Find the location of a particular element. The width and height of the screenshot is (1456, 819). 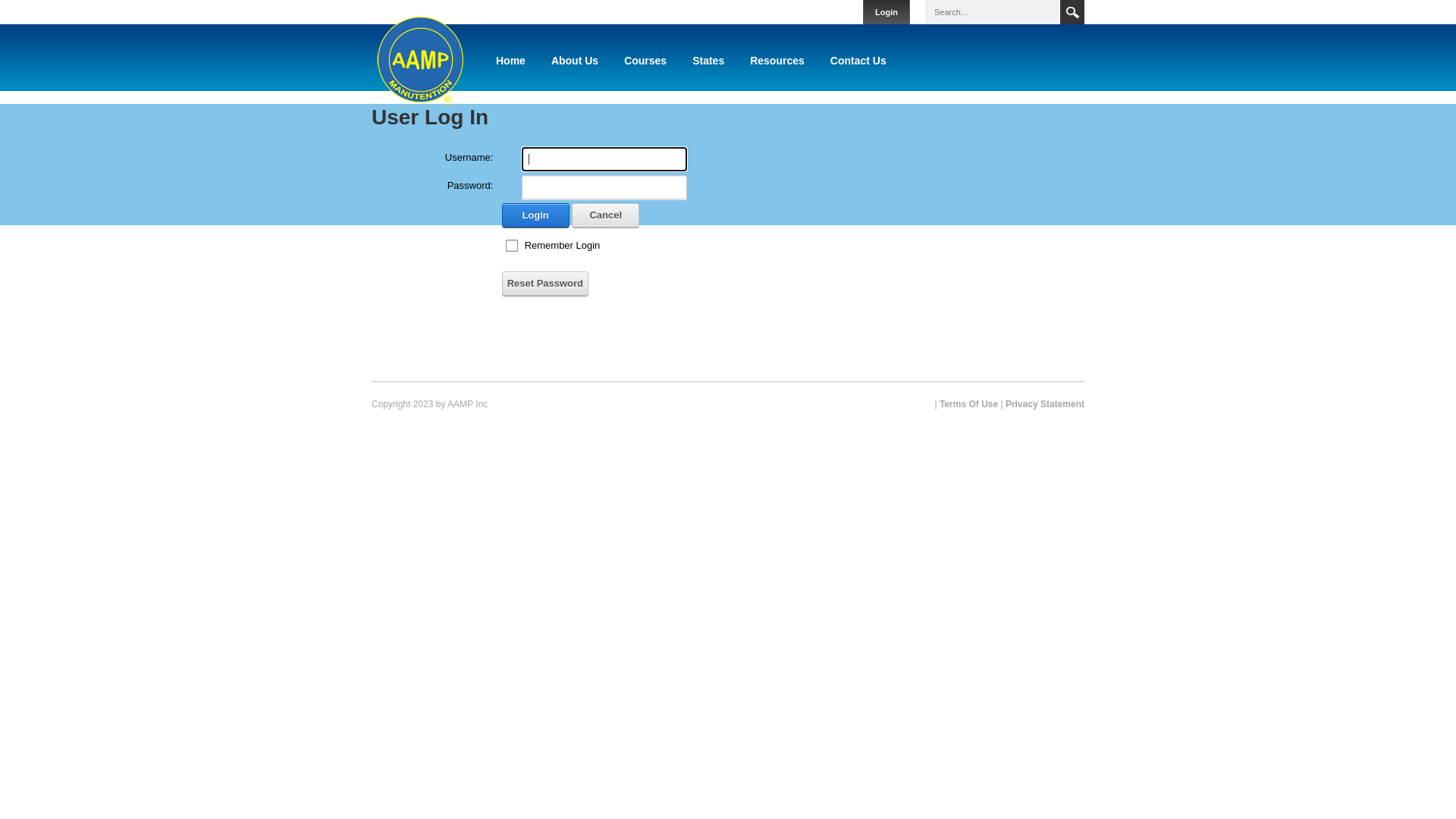

'Clear search text' is located at coordinates (1044, 11).